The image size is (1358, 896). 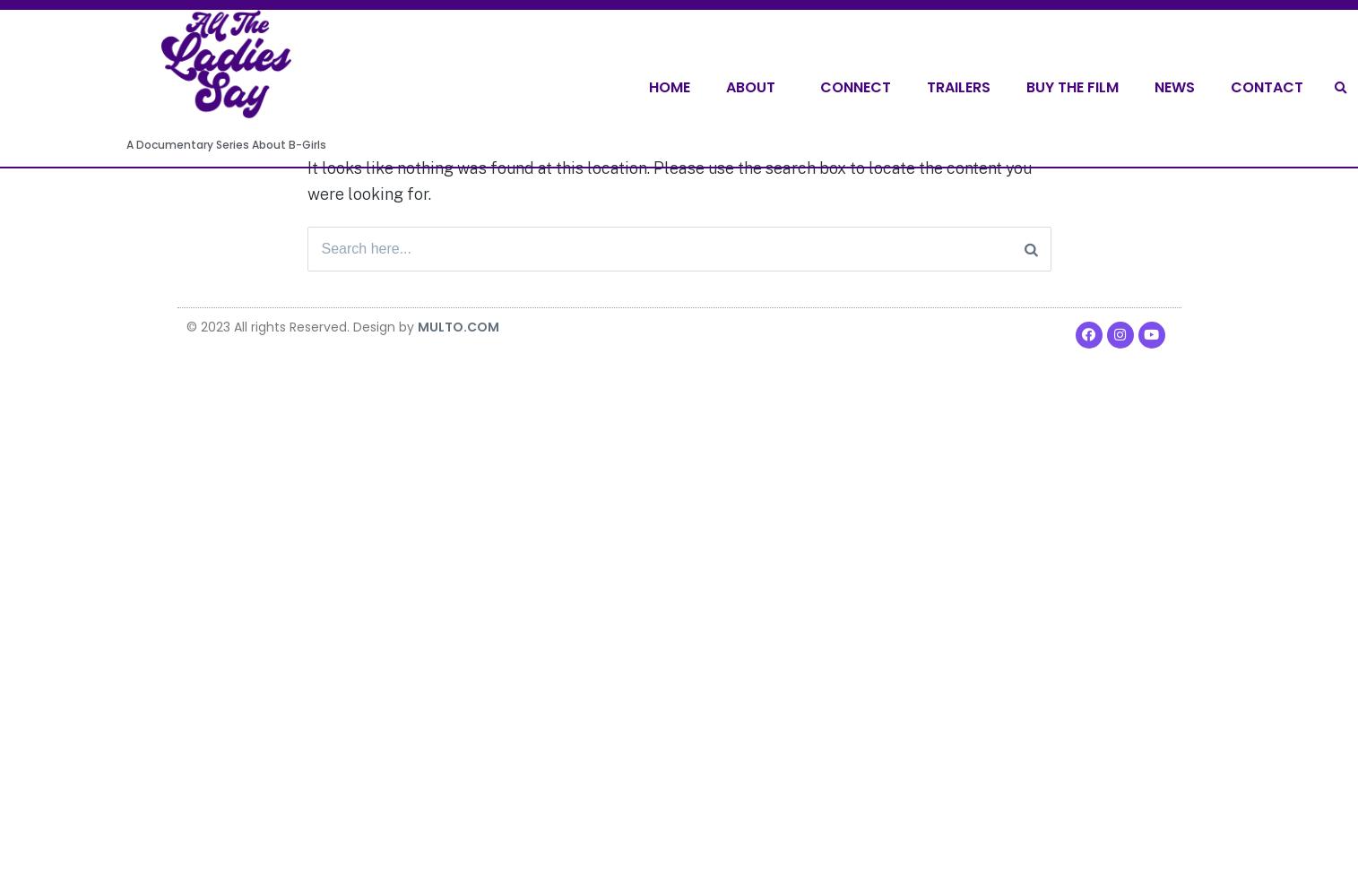 I want to click on 'A Documentary Series About B-Girls', so click(x=224, y=144).